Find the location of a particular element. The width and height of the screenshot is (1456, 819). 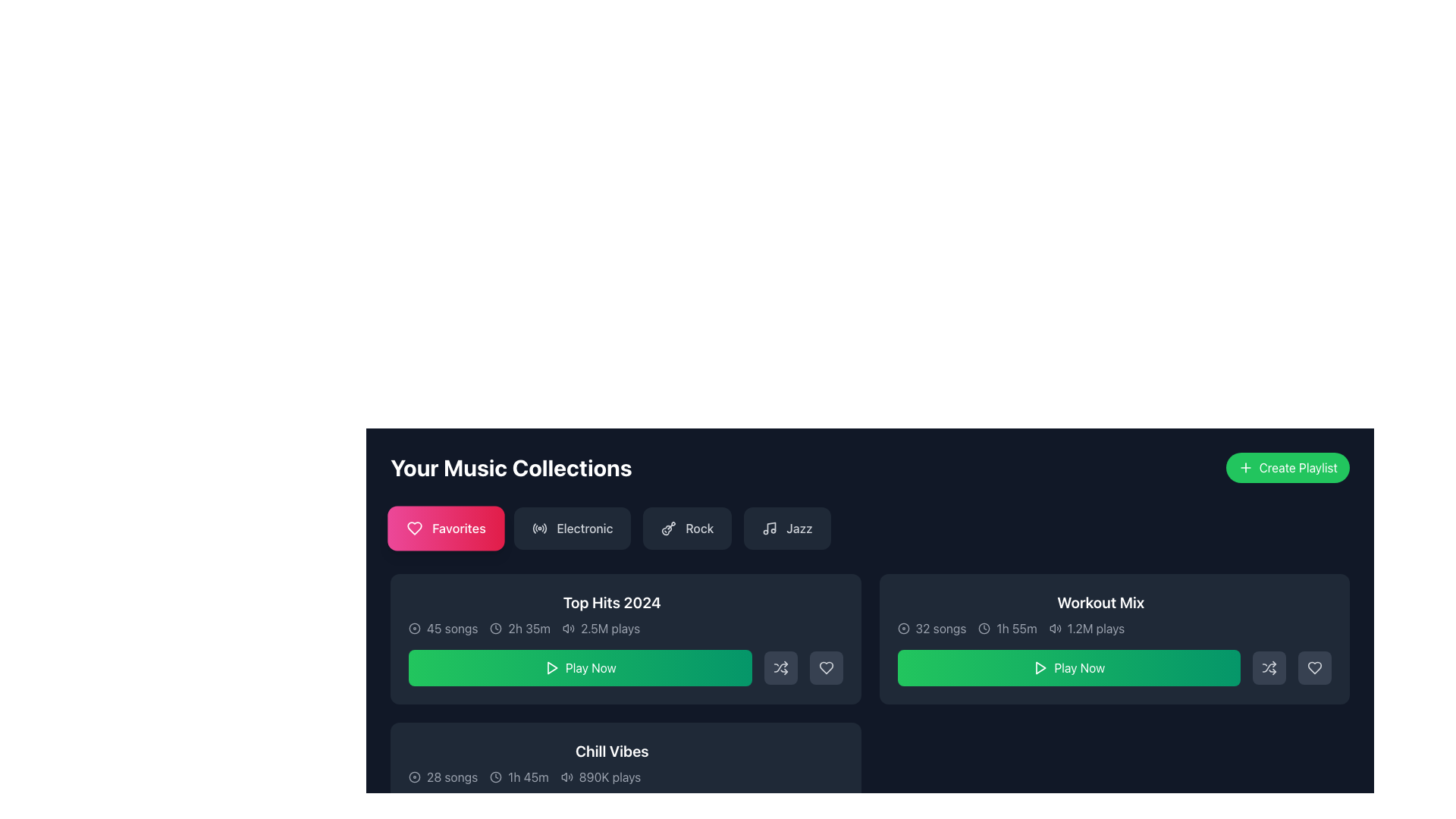

the play action icon located centrally within the 'Play Now' button under the 'Workout Mix' heading to initiate playback is located at coordinates (1040, 667).